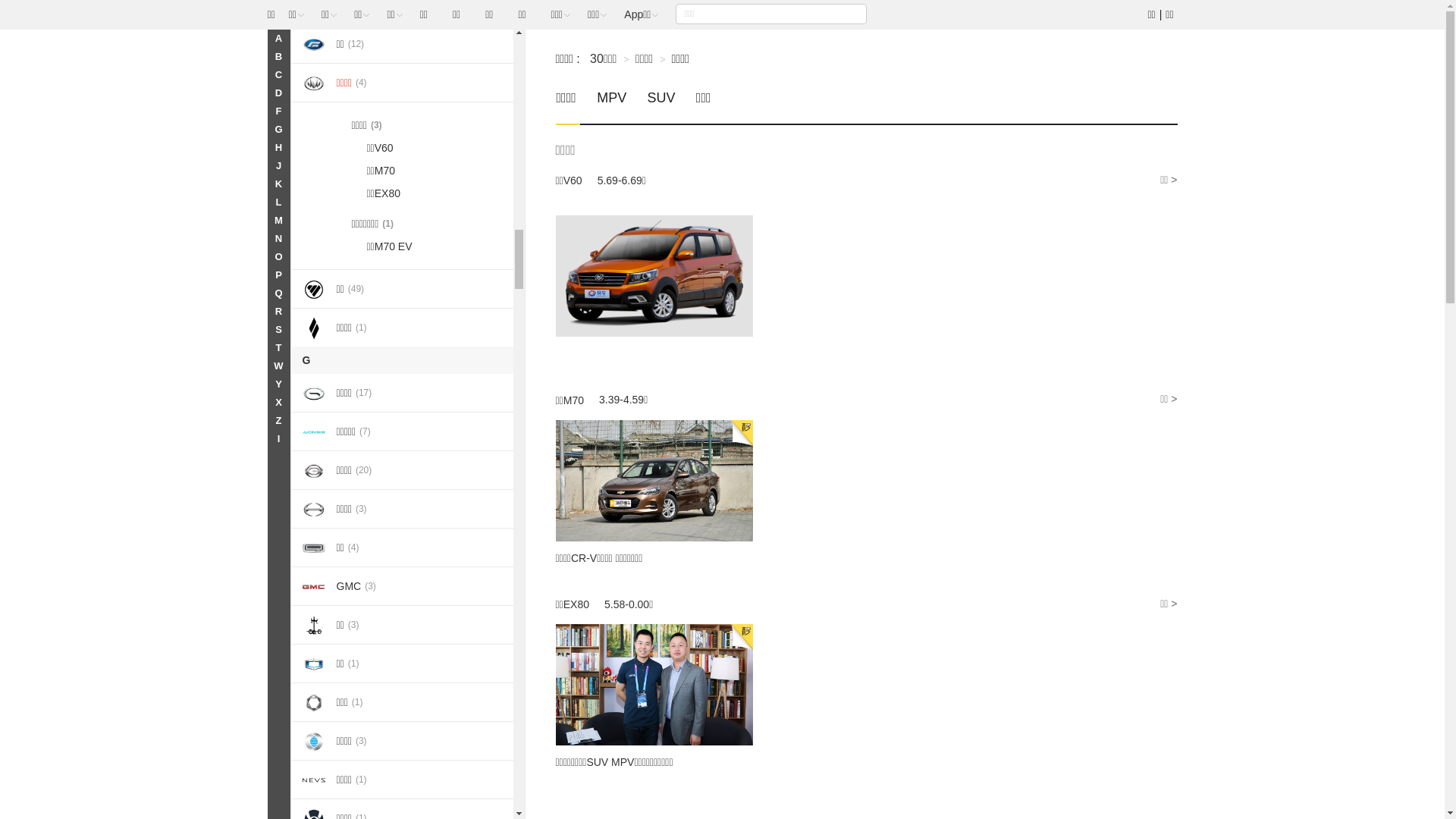  I want to click on 'N', so click(266, 239).